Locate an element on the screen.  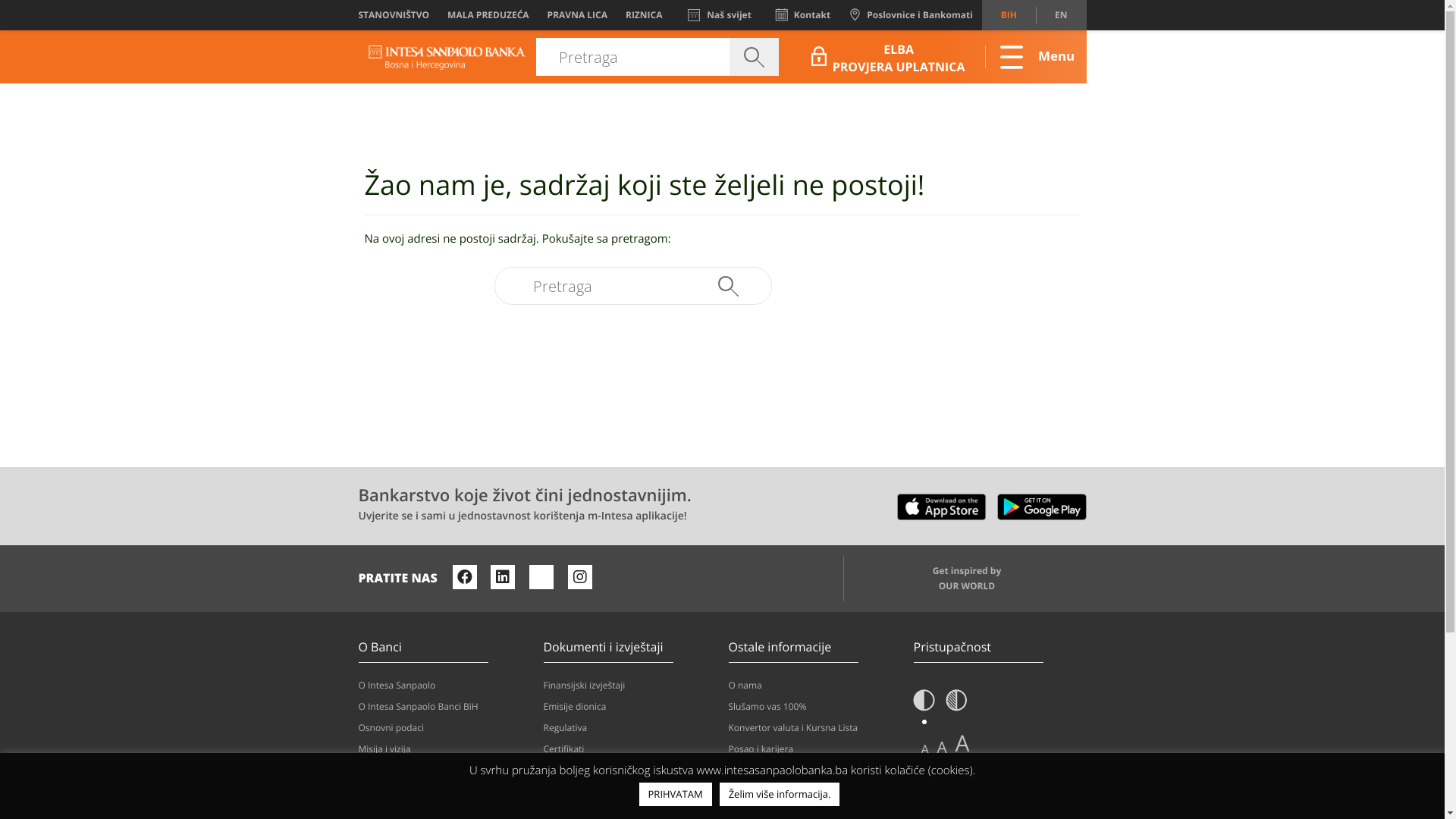
'Konvertor valuta i Kursna Lista' is located at coordinates (814, 727).